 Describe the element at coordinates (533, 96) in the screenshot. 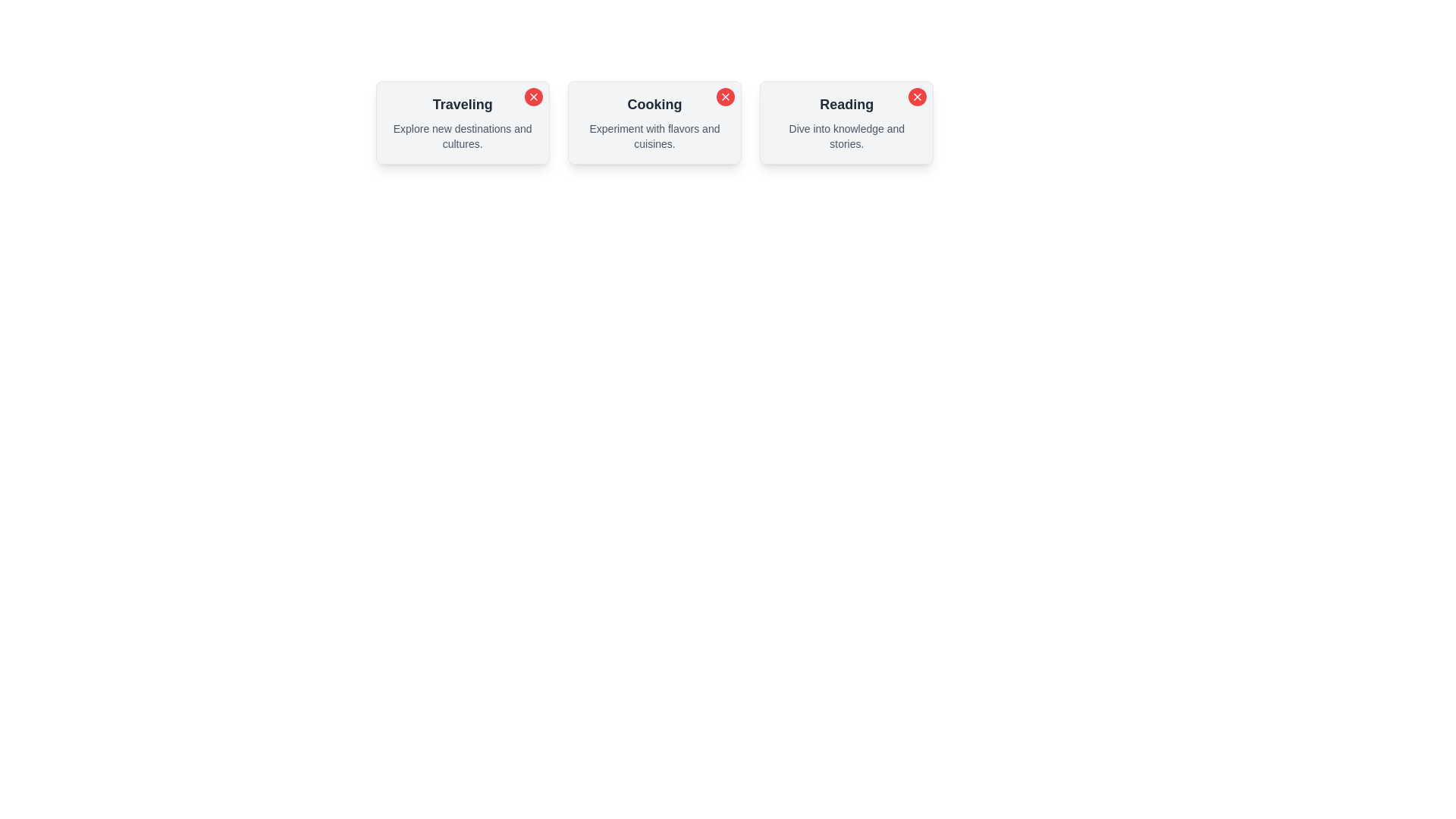

I see `the close button of the chip labeled Traveling` at that location.